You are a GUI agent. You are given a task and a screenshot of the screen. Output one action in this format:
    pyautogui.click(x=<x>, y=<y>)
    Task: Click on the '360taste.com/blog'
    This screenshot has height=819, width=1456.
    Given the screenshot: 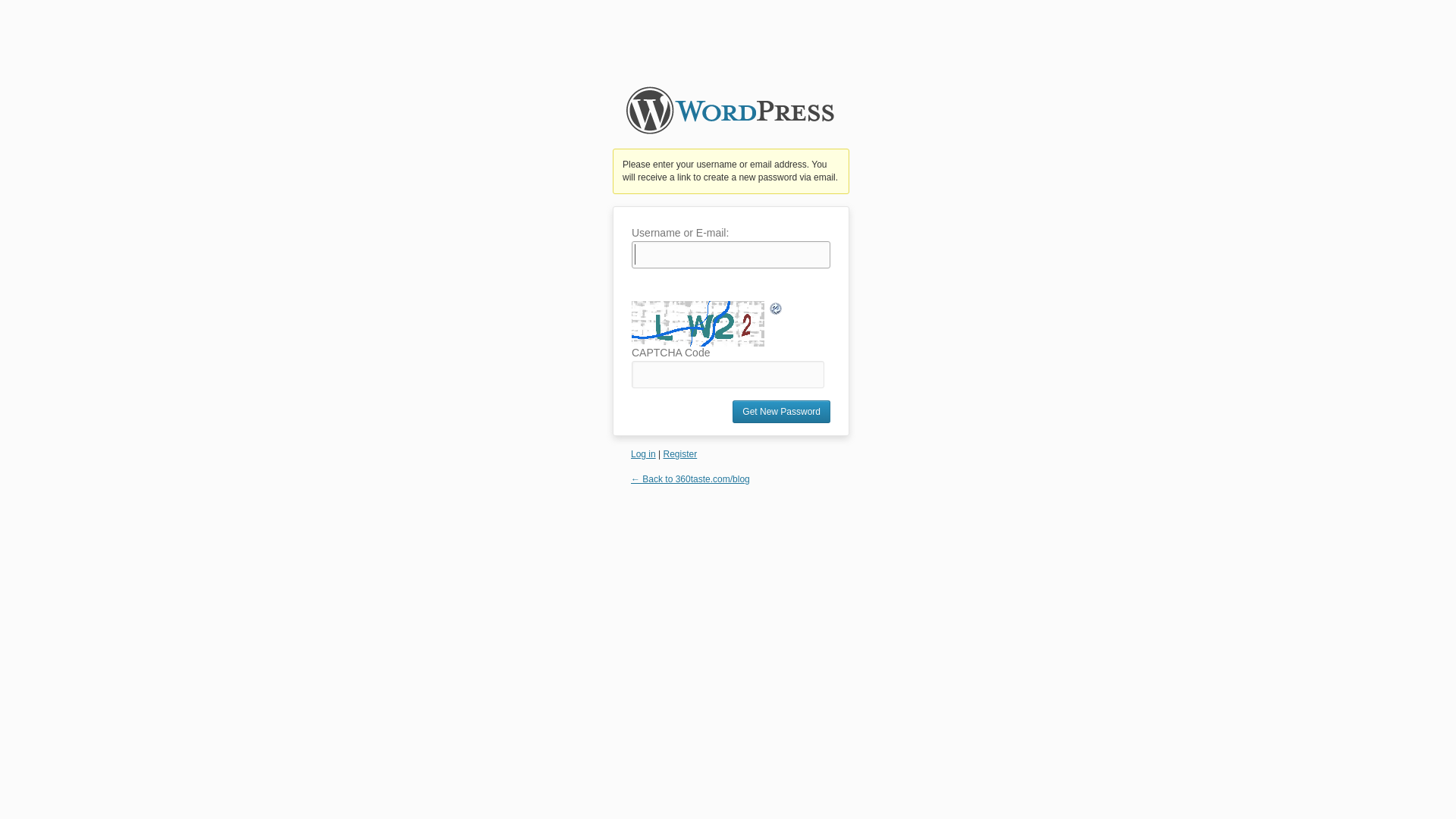 What is the action you would take?
    pyautogui.click(x=730, y=116)
    